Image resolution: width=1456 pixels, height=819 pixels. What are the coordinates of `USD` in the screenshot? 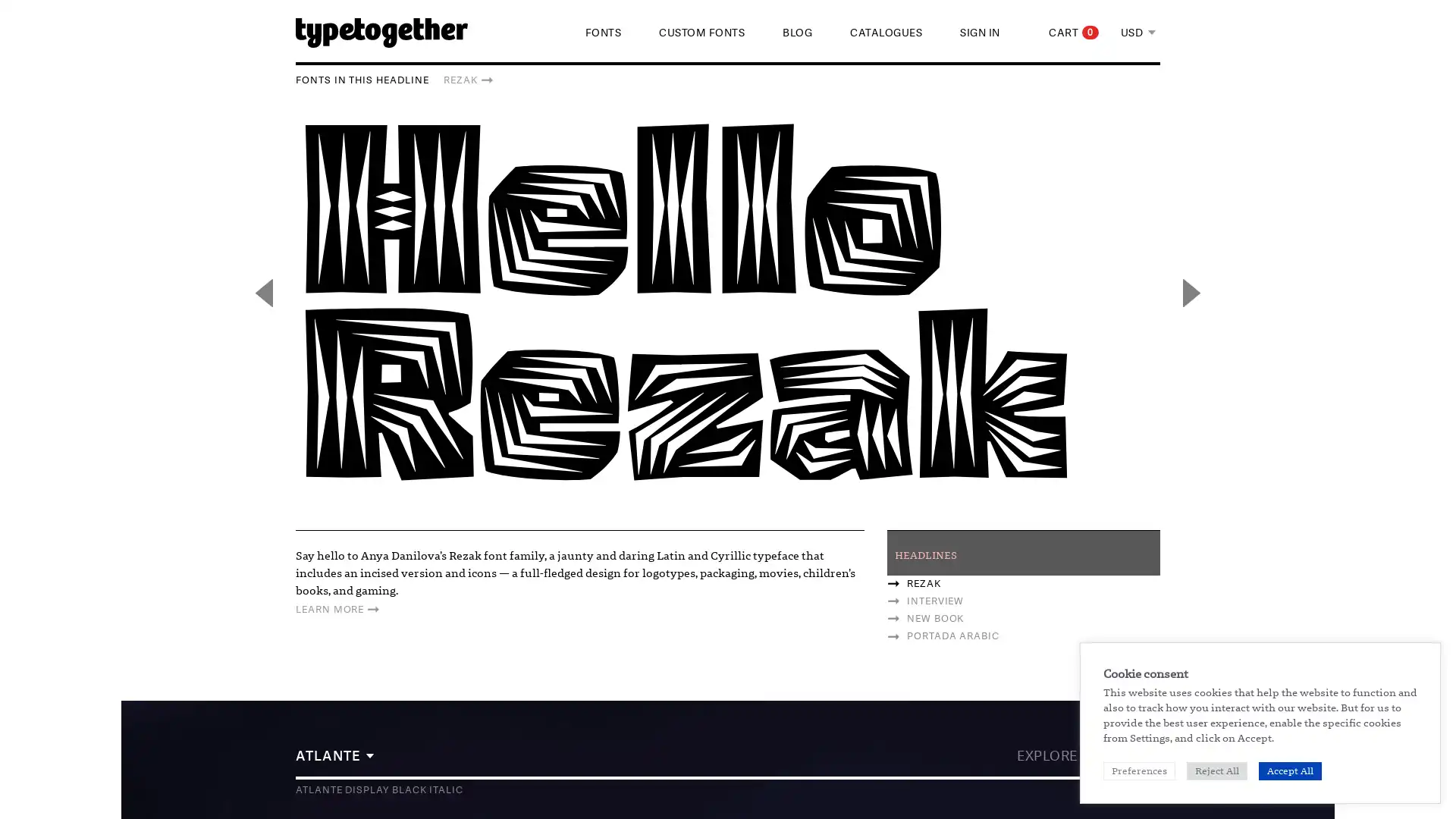 It's located at (1138, 32).